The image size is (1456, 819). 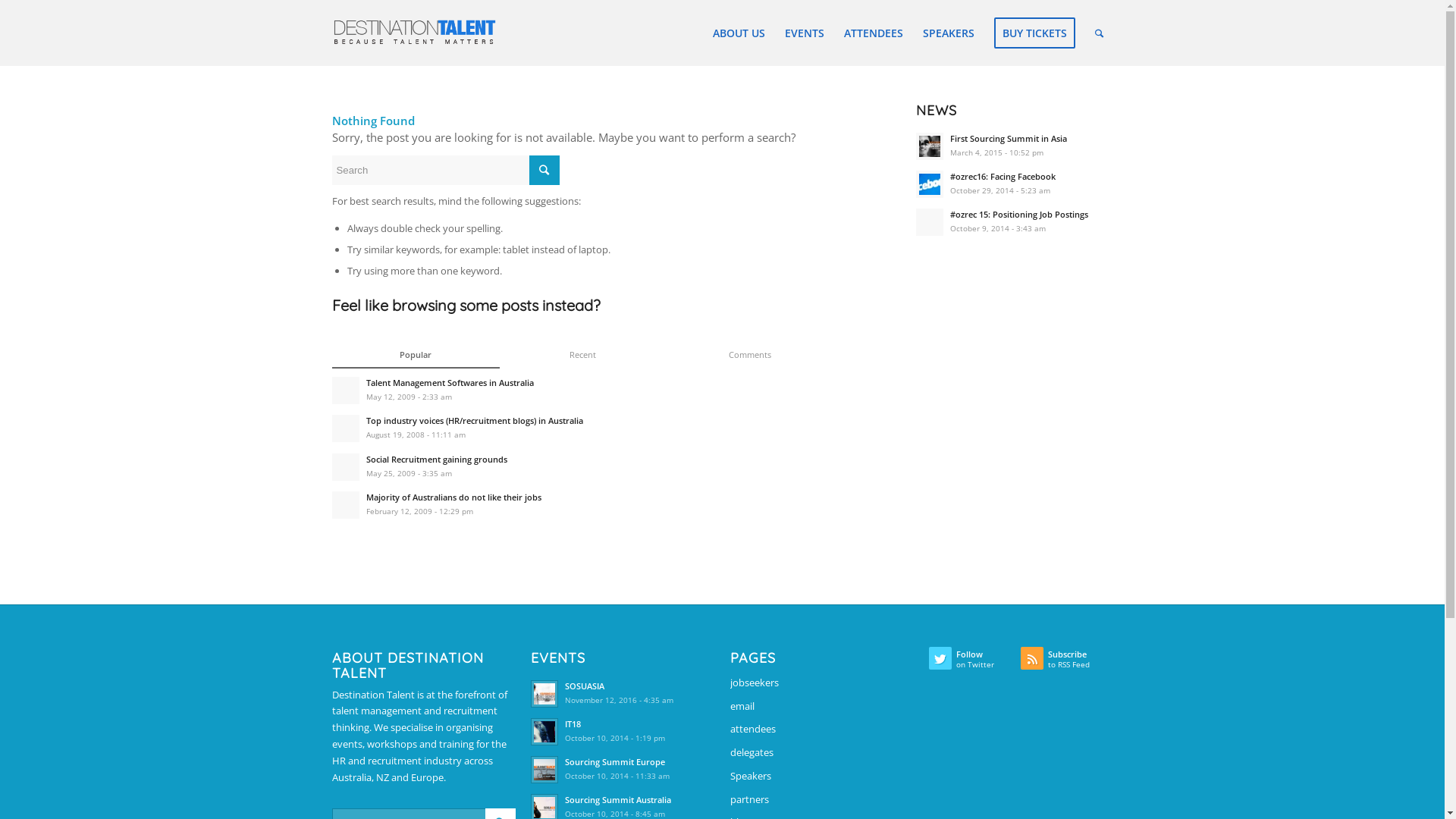 I want to click on 'SOSUASIA, so click(x=622, y=692).